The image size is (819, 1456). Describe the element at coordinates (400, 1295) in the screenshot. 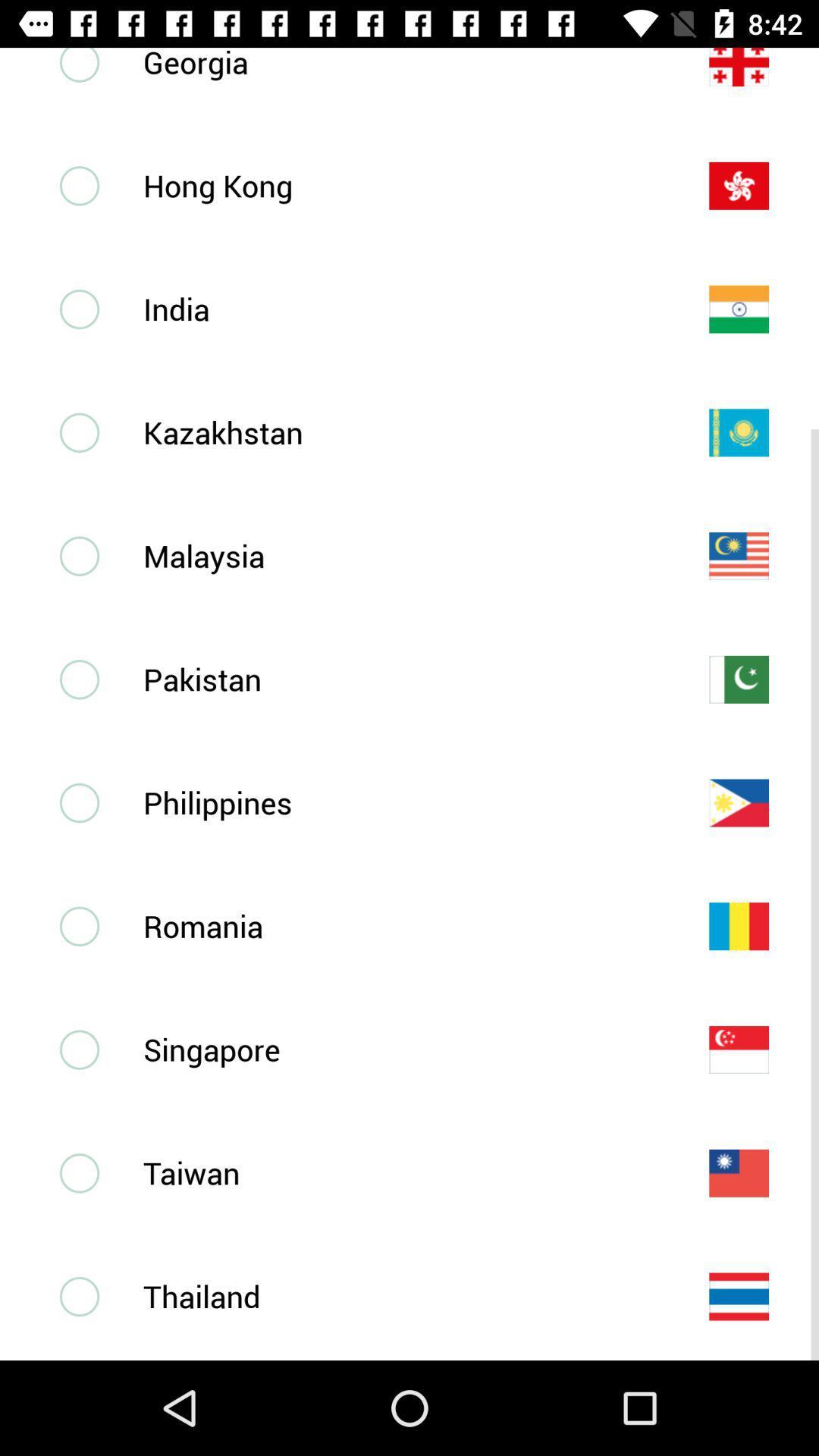

I see `the thailand item` at that location.